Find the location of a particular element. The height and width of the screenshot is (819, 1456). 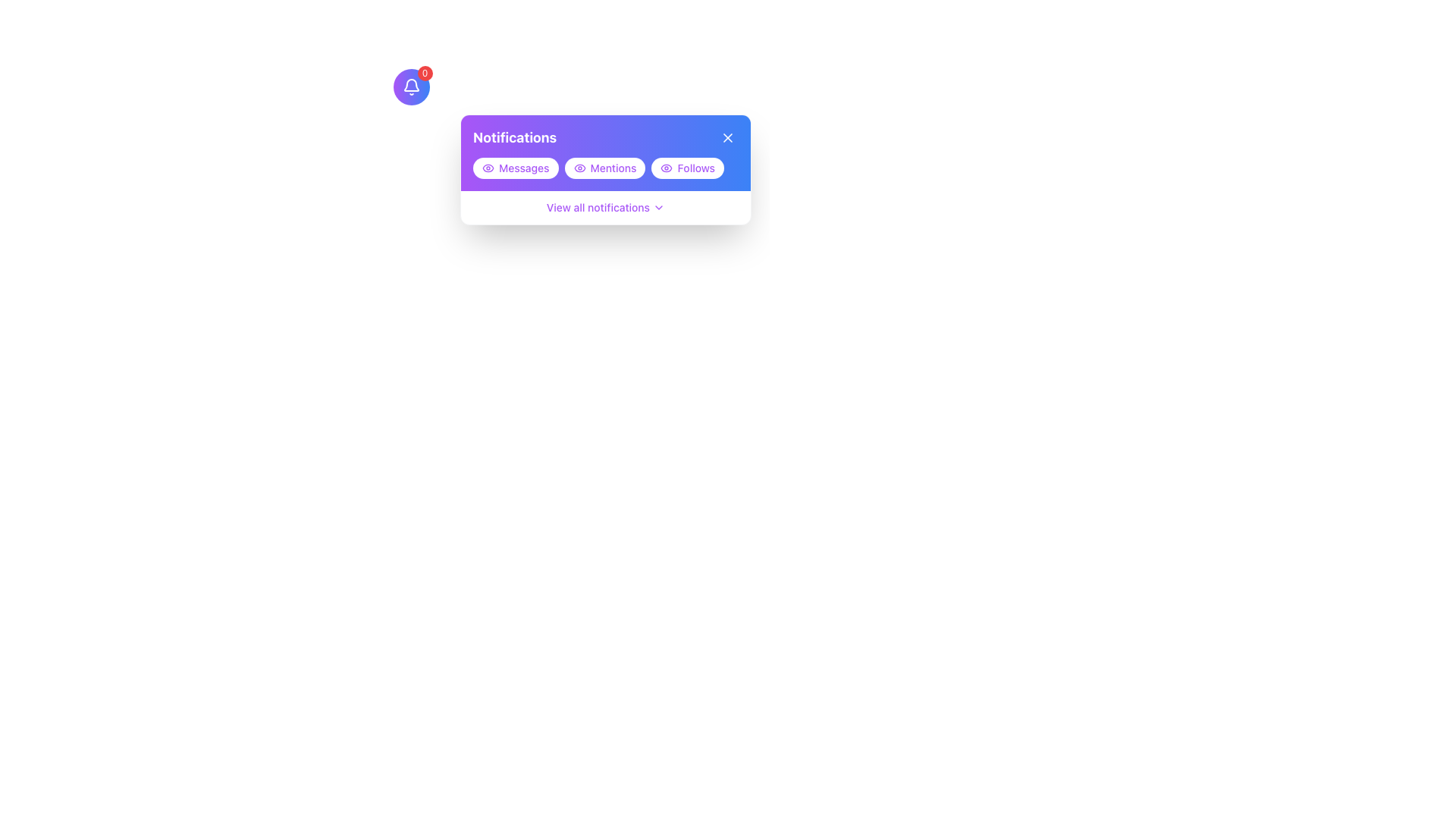

the notification badge located at the top-right corner of the notification bell icon, which is part of a circular button styled with a gradient from purple to blue is located at coordinates (425, 73).